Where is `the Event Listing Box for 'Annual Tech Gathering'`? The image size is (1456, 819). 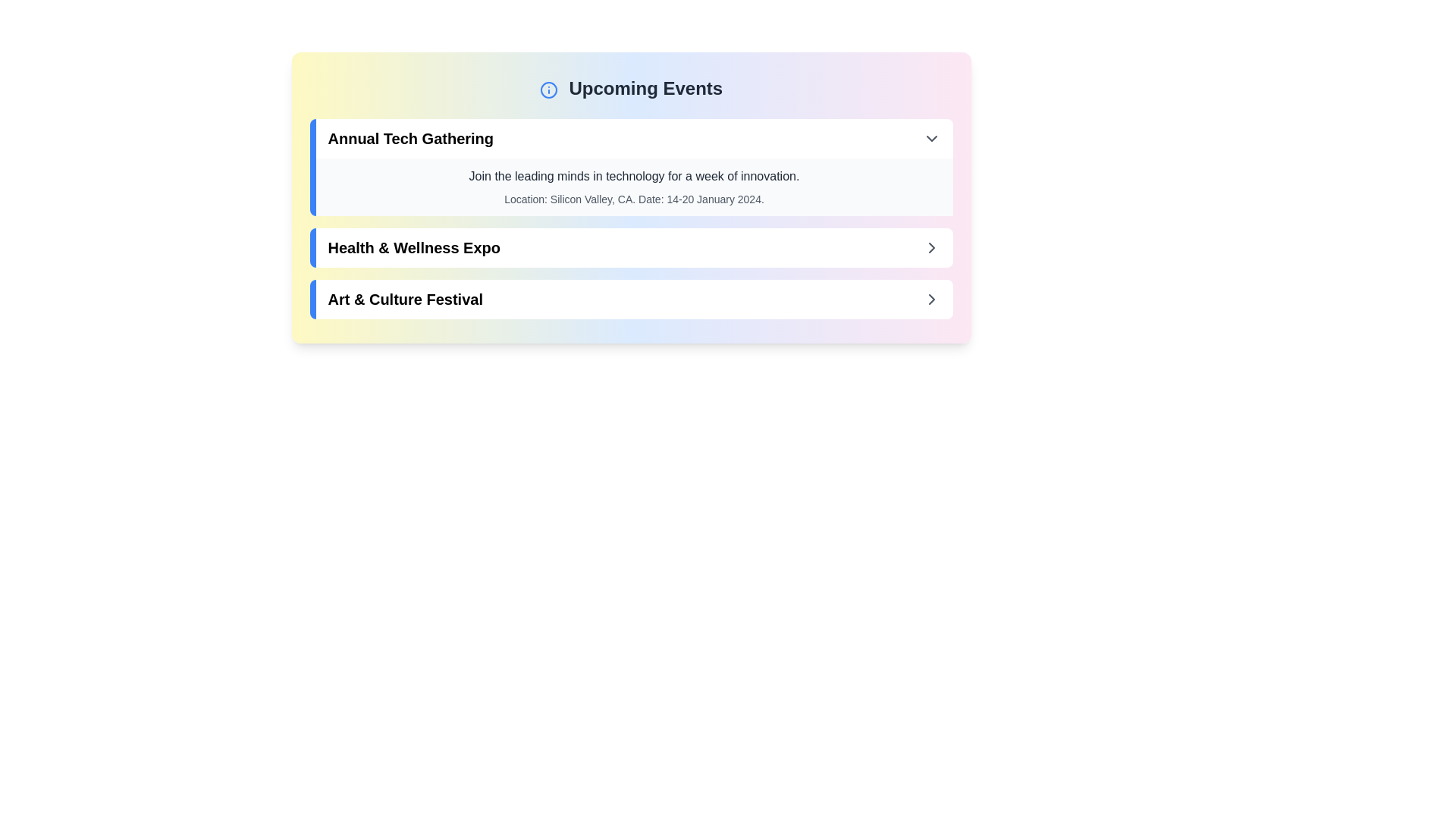
the Event Listing Box for 'Annual Tech Gathering' is located at coordinates (631, 219).